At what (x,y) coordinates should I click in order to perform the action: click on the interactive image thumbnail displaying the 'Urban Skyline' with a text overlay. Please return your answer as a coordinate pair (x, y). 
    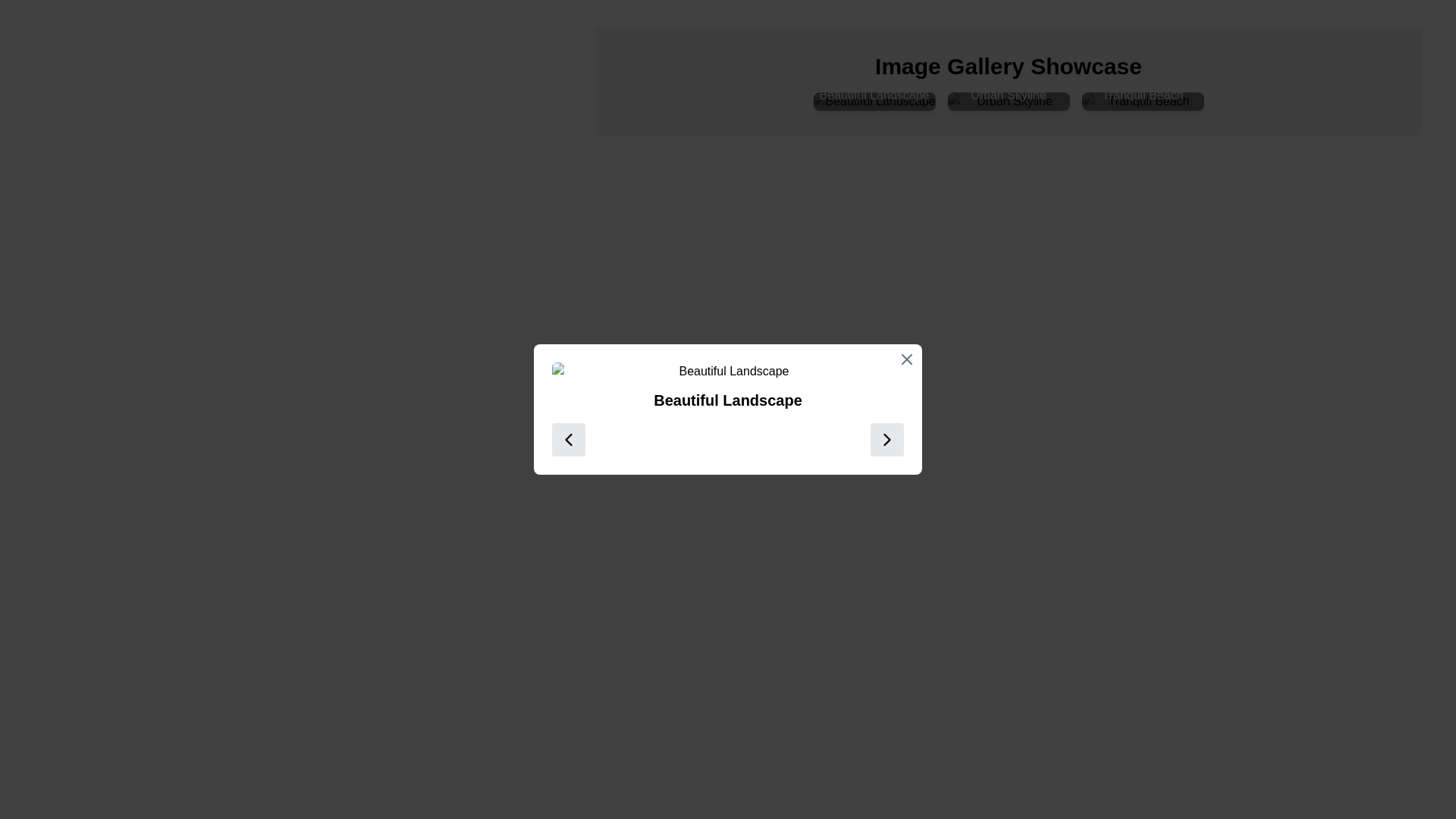
    Looking at the image, I should click on (1008, 102).